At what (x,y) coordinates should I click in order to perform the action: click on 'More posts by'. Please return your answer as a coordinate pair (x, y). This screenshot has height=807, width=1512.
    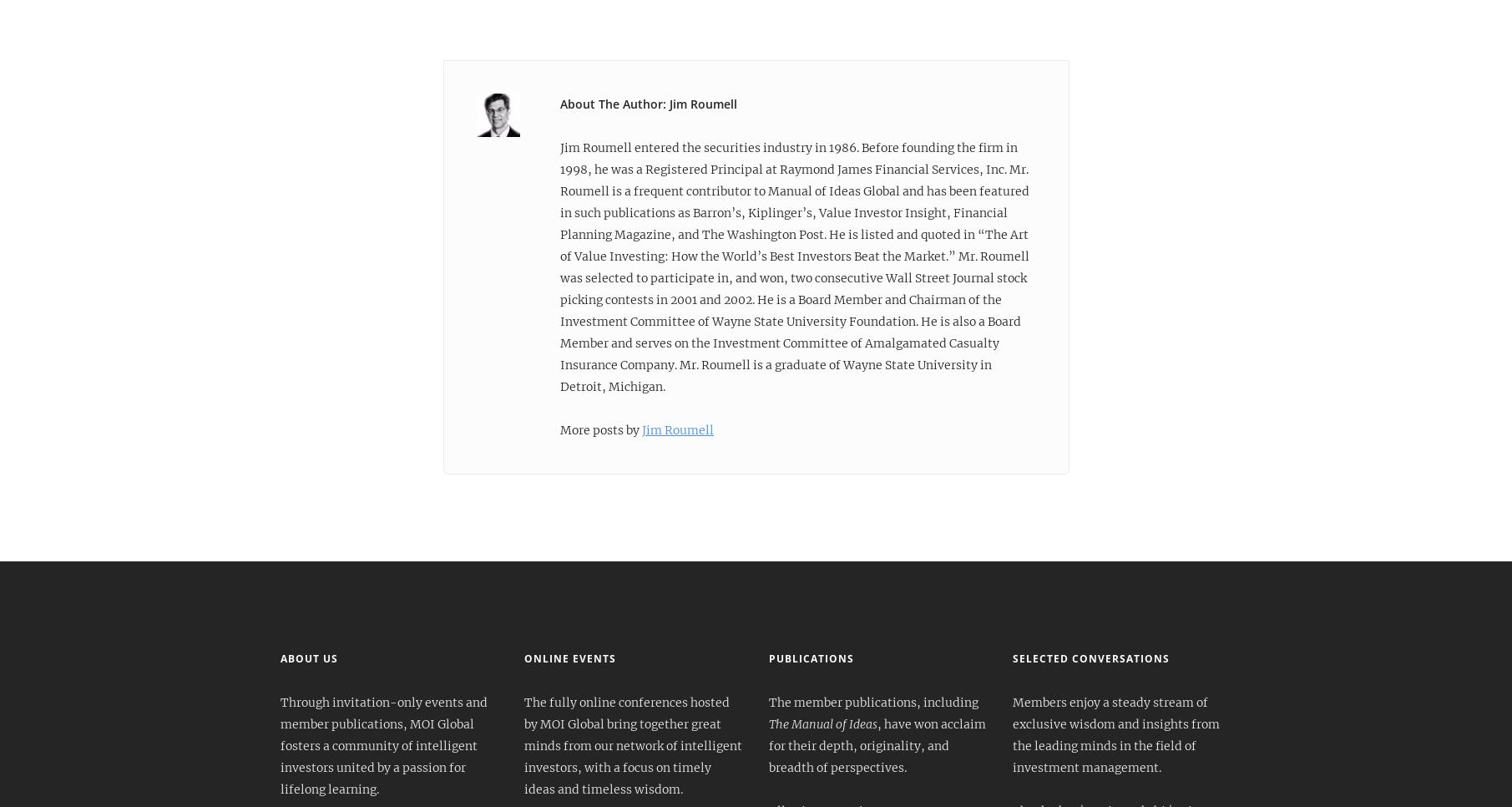
    Looking at the image, I should click on (600, 429).